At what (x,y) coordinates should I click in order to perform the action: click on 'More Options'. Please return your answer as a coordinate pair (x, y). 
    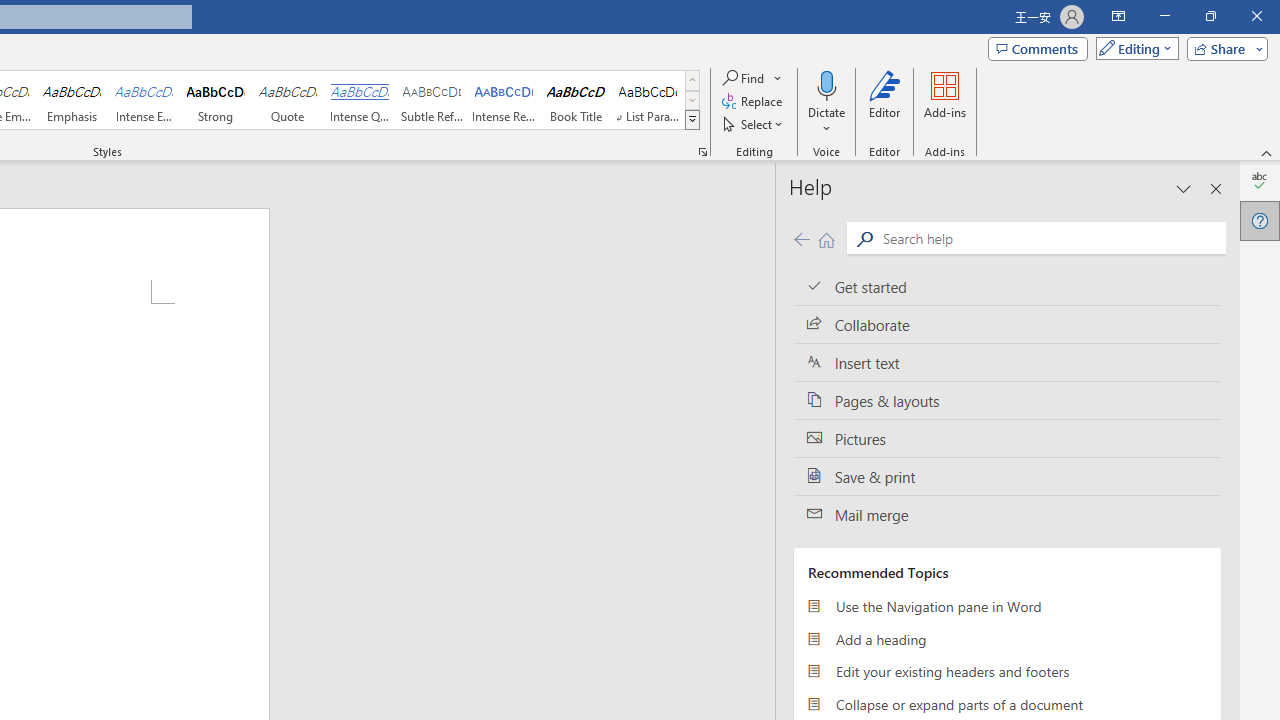
    Looking at the image, I should click on (826, 121).